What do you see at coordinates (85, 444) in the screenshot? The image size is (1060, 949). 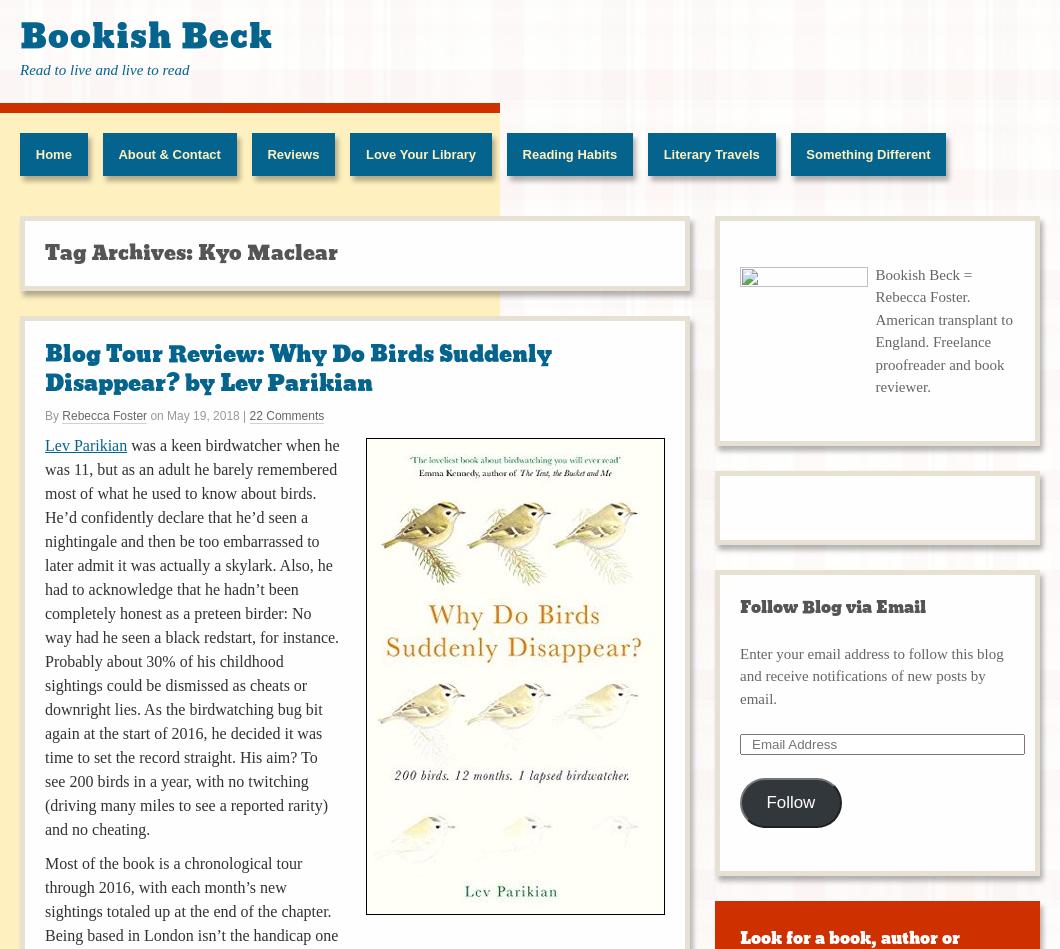 I see `'Lev Parikian'` at bounding box center [85, 444].